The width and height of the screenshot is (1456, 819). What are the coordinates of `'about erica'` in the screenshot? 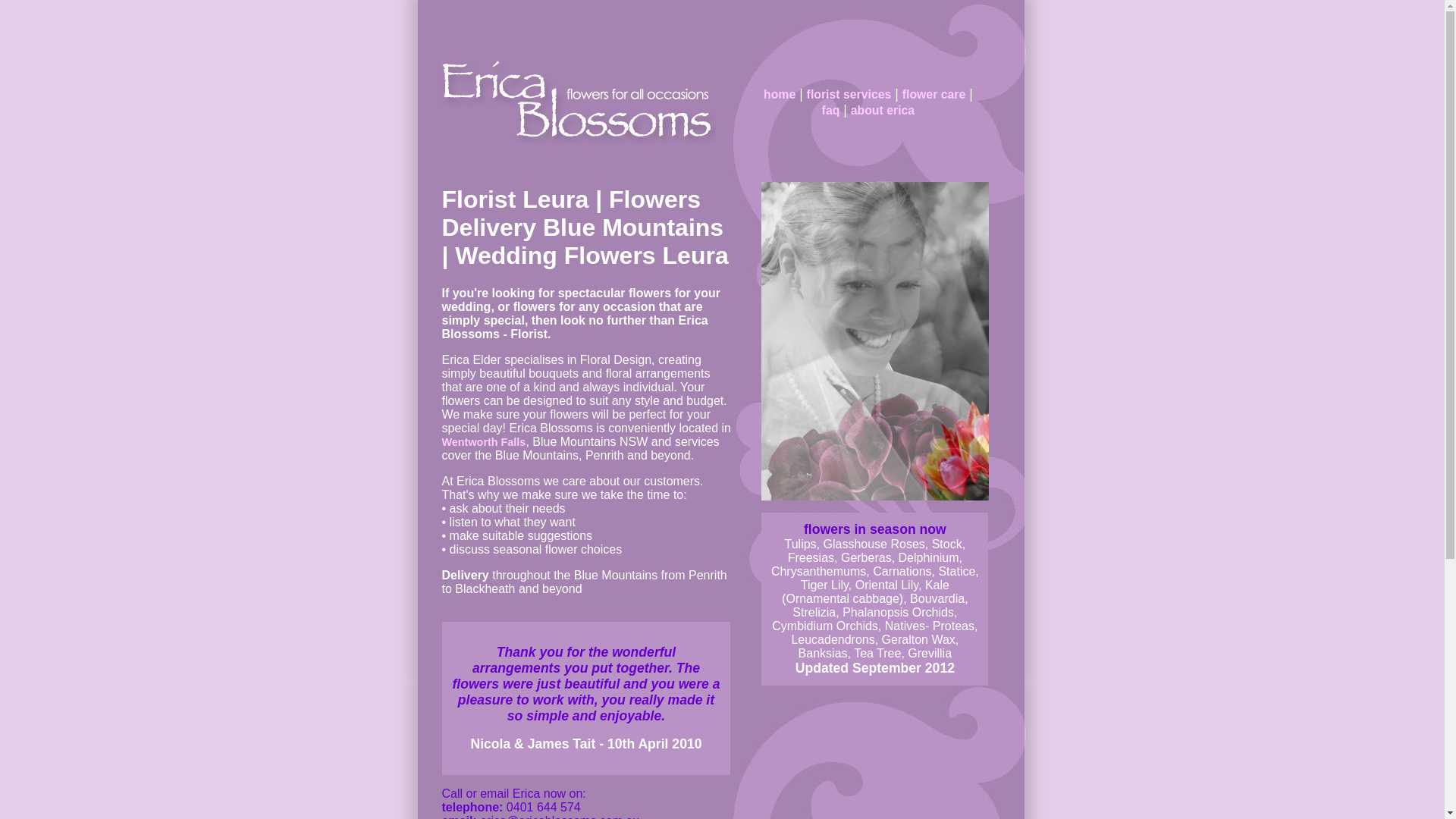 It's located at (882, 109).